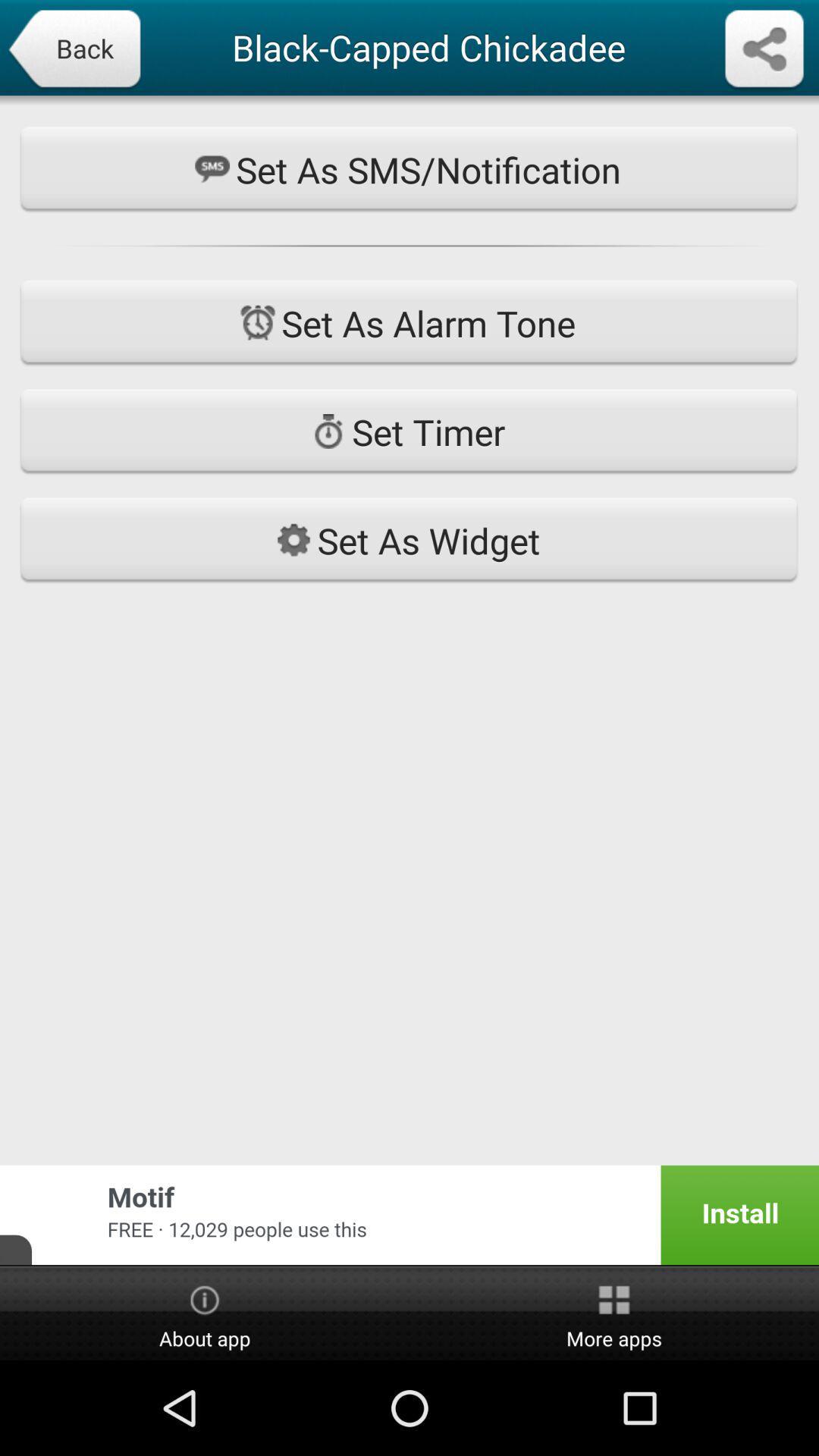 The width and height of the screenshot is (819, 1456). Describe the element at coordinates (764, 50) in the screenshot. I see `the app to the right of black-capped chickadee icon` at that location.